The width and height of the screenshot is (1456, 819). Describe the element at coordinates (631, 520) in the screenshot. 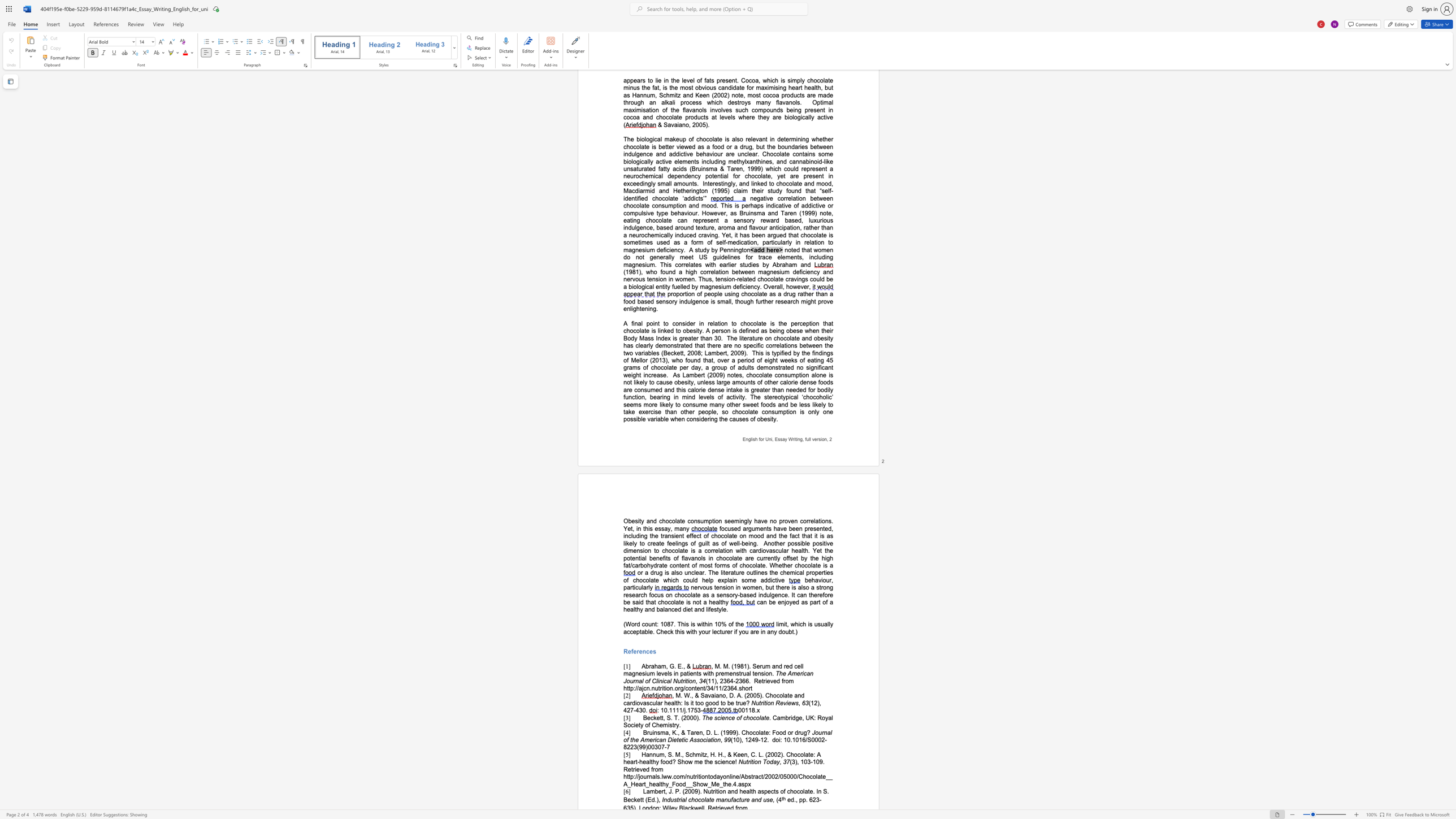

I see `the subset text "esity and chocolate consump" within the text "Obesity and chocolate consumption"` at that location.